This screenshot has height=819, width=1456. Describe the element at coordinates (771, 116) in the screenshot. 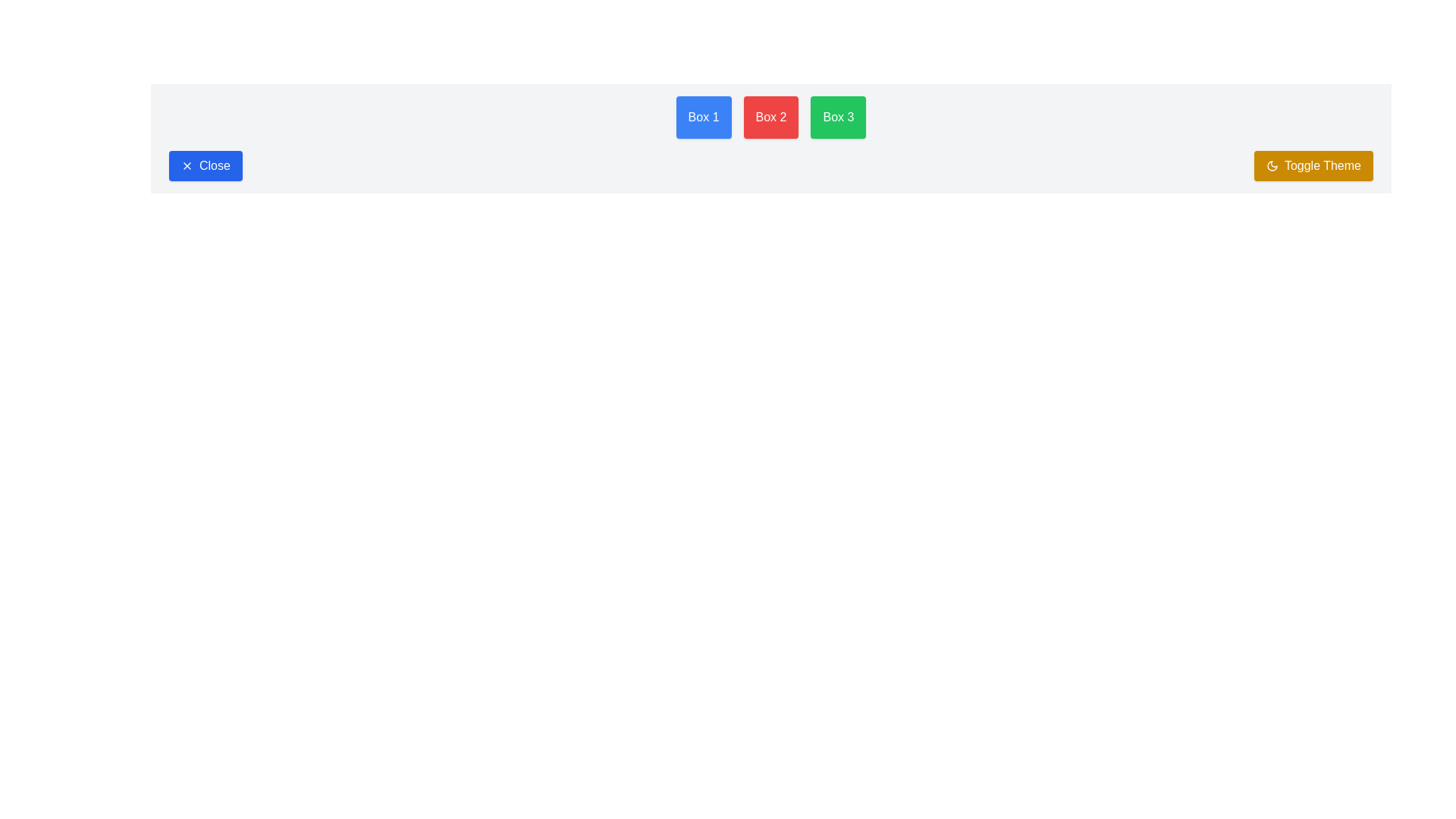

I see `the static visual element styled as a button, which signifies 'Box 2' and is positioned between the blue button 'Box 1' and the green button 'Box 3'` at that location.